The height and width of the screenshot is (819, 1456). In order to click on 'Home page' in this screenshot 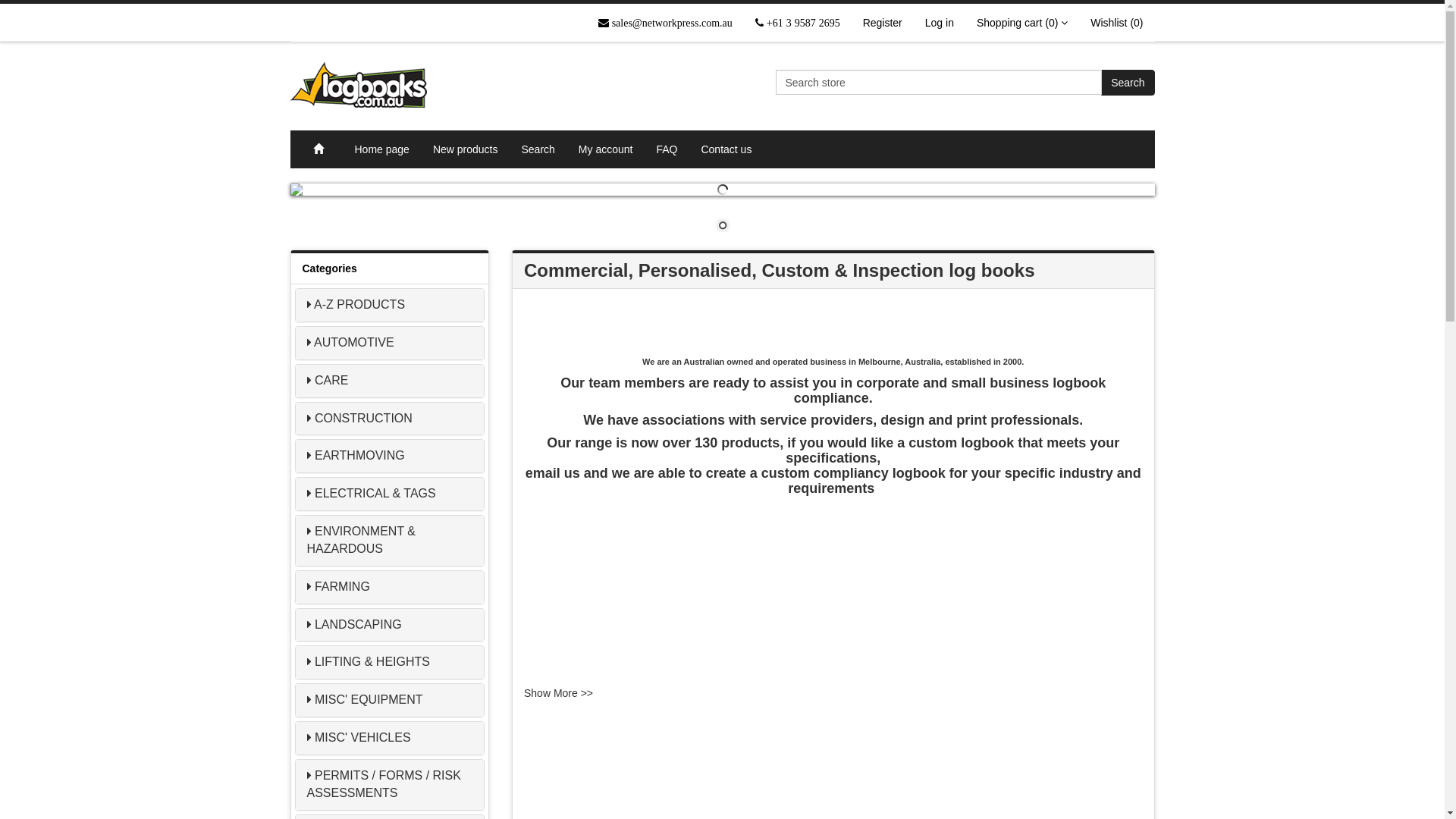, I will do `click(341, 149)`.